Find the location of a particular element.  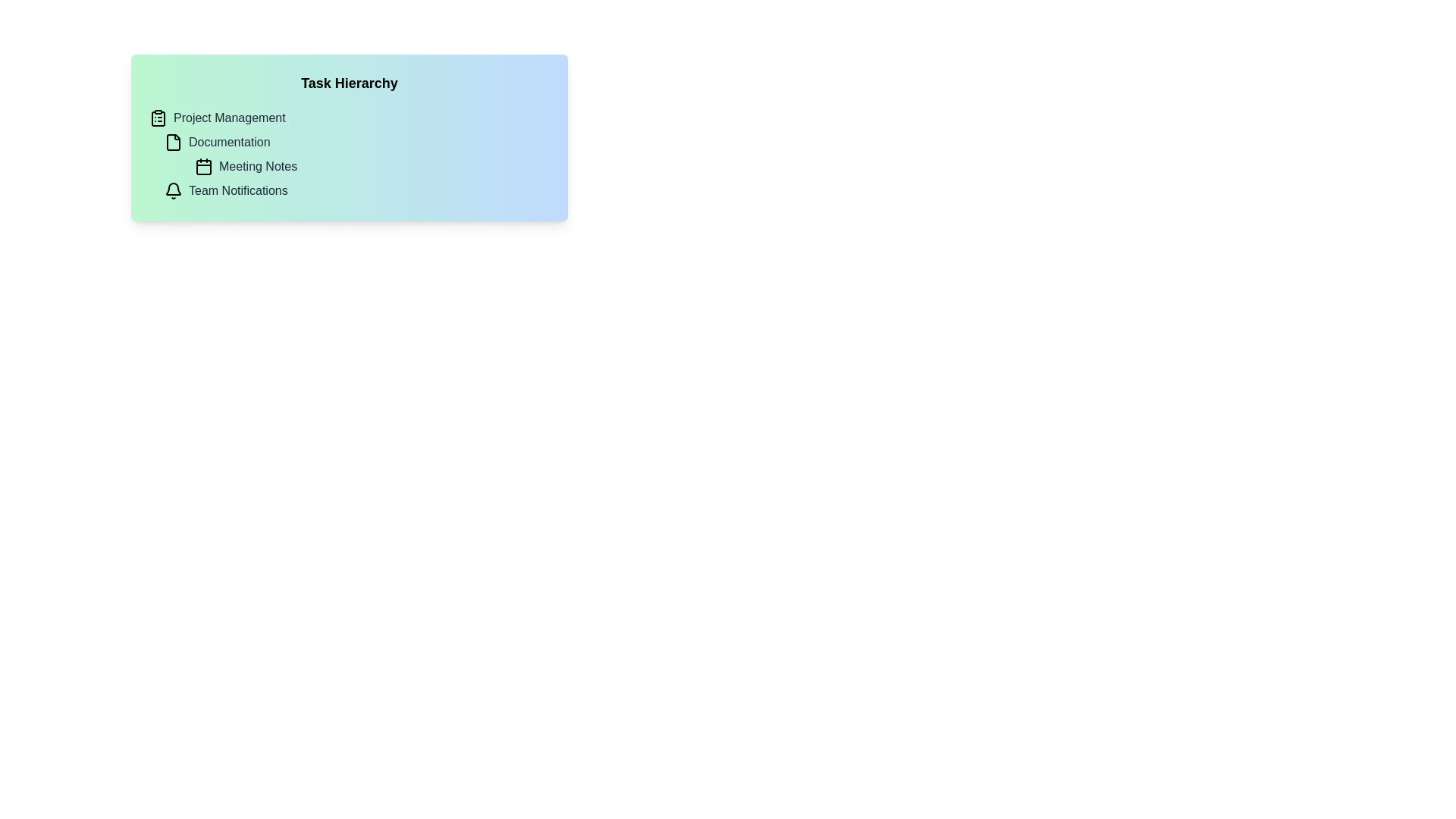

the bell icon representing notifications, which is located adjacent to the text 'Team Notifications' within the 'Task Hierarchy' list is located at coordinates (174, 190).